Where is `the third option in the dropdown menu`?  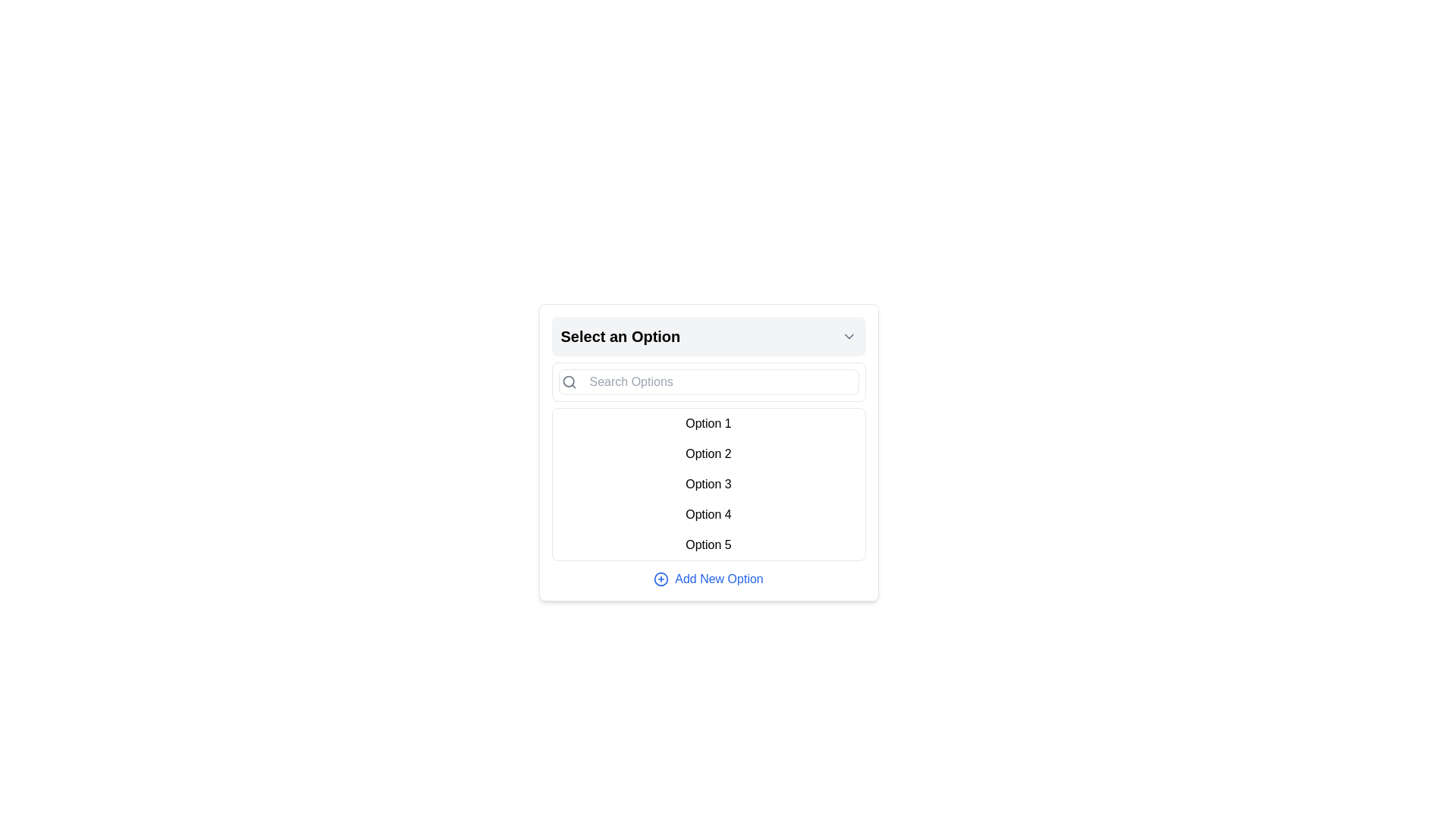 the third option in the dropdown menu is located at coordinates (708, 485).